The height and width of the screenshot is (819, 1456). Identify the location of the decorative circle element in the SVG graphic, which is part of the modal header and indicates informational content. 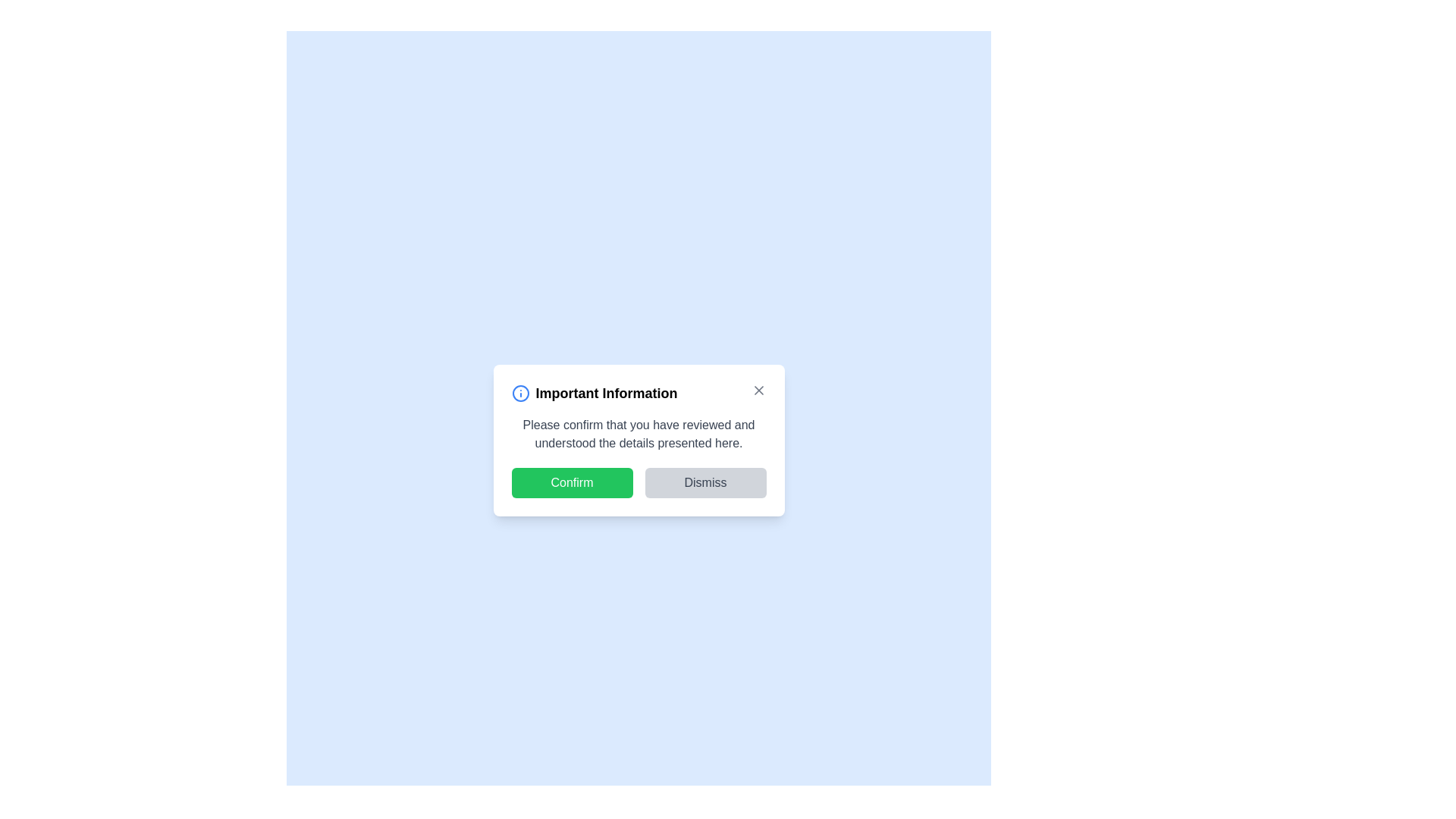
(520, 393).